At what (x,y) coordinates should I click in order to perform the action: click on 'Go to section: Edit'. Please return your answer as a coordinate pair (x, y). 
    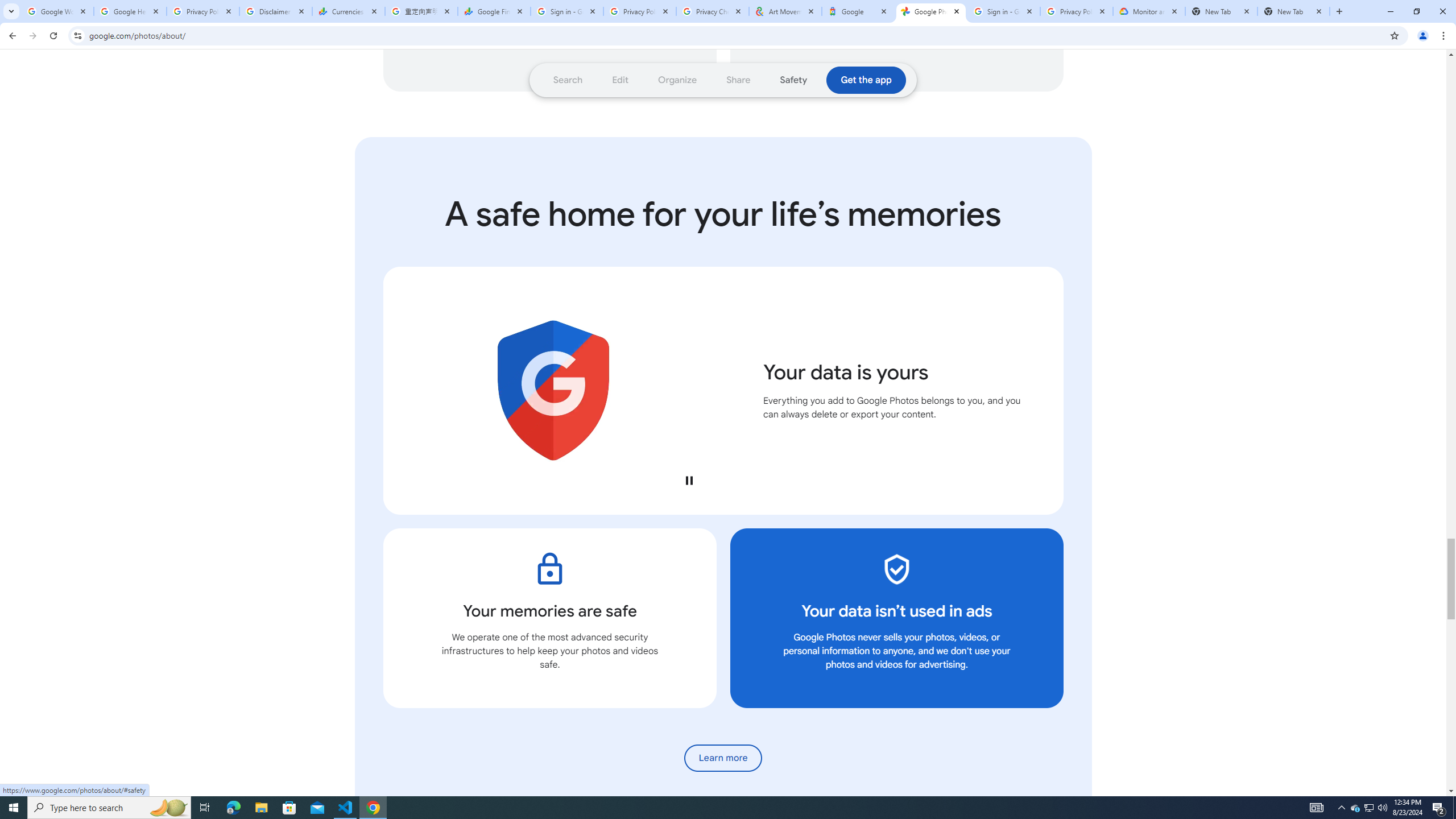
    Looking at the image, I should click on (621, 80).